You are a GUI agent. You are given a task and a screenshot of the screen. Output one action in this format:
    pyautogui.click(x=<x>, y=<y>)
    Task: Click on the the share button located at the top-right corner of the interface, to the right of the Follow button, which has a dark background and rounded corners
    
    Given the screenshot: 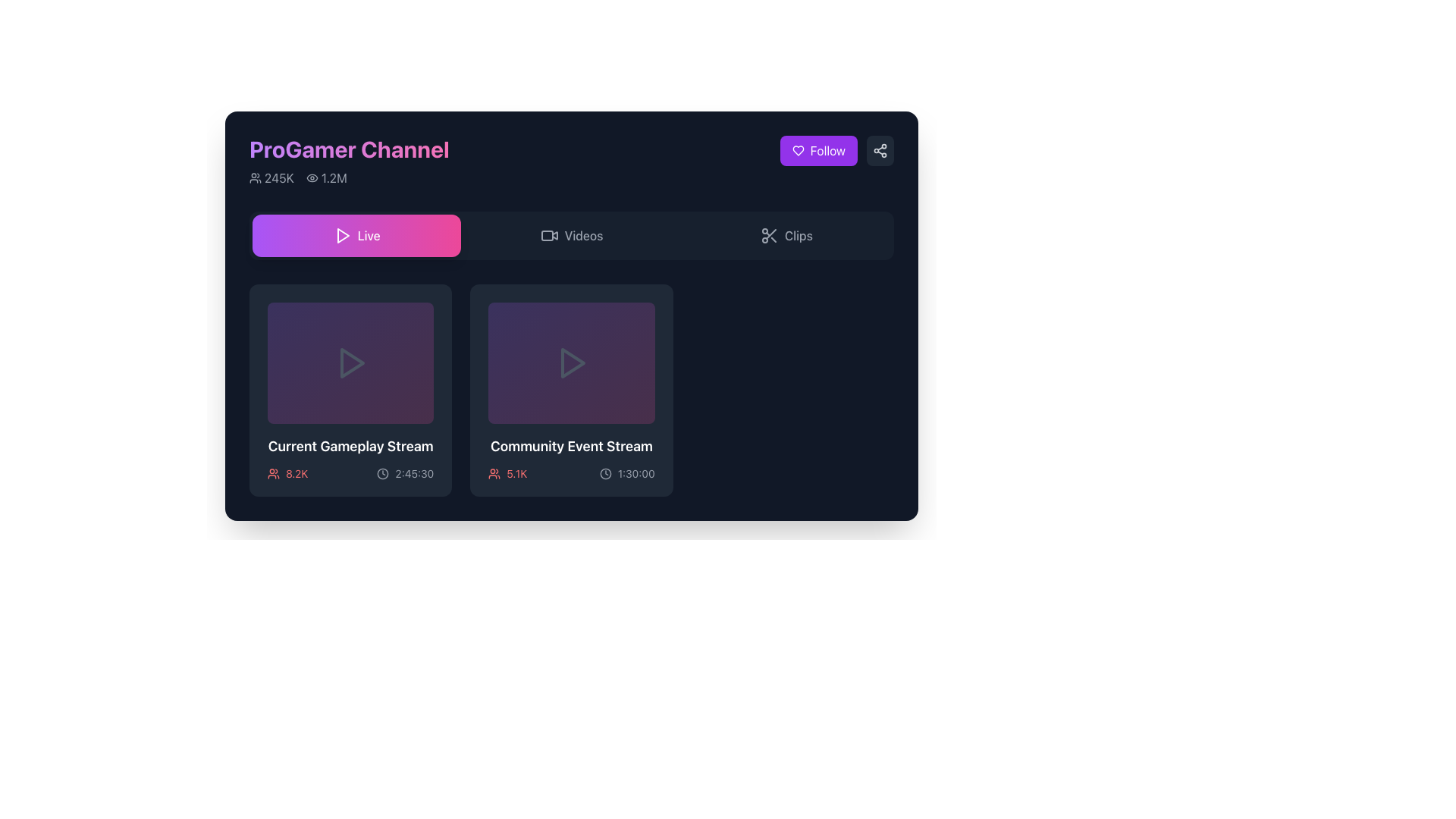 What is the action you would take?
    pyautogui.click(x=880, y=151)
    